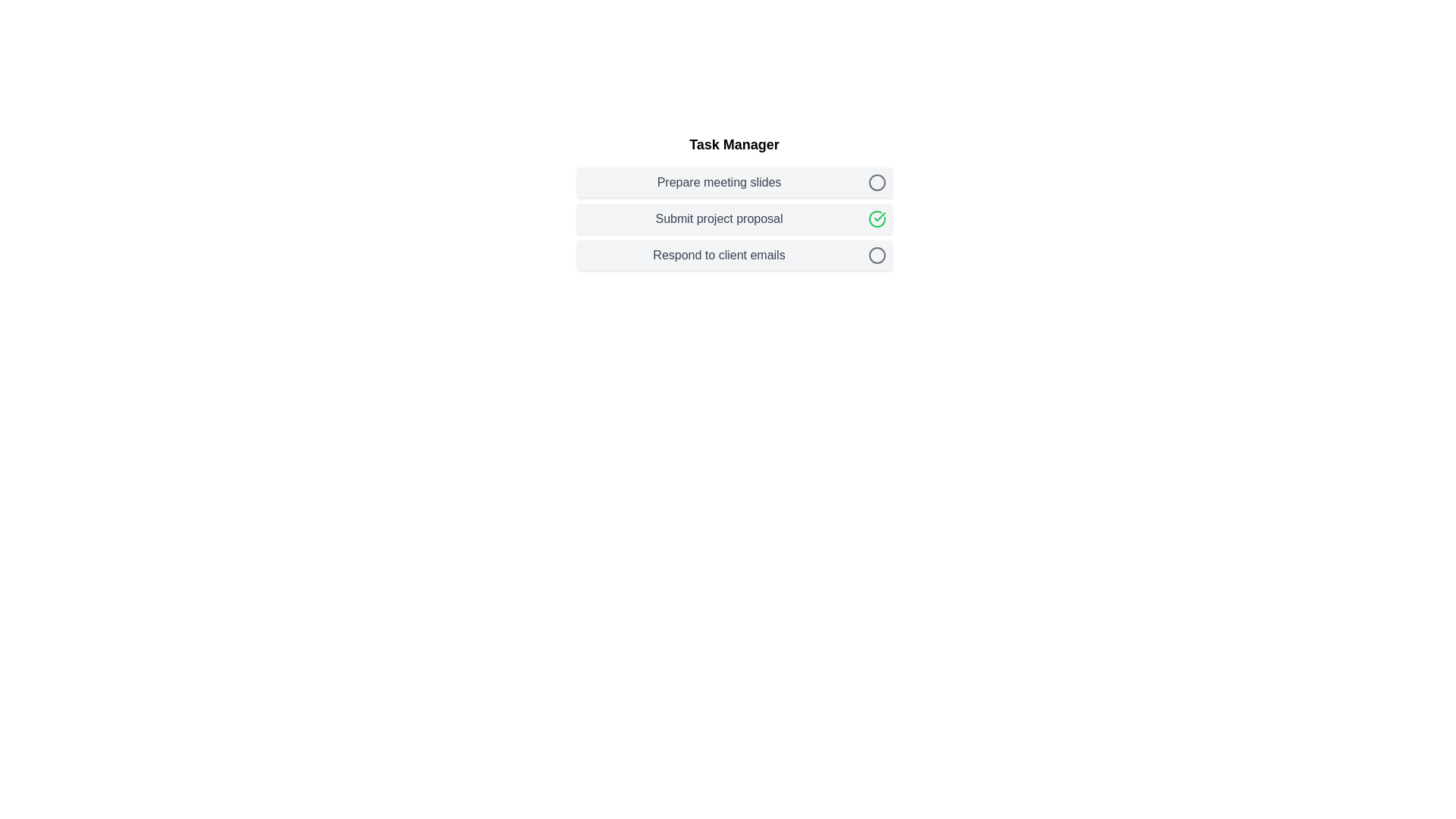  What do you see at coordinates (718, 219) in the screenshot?
I see `the central Text label that represents a task item in the vertically stacked task list` at bounding box center [718, 219].